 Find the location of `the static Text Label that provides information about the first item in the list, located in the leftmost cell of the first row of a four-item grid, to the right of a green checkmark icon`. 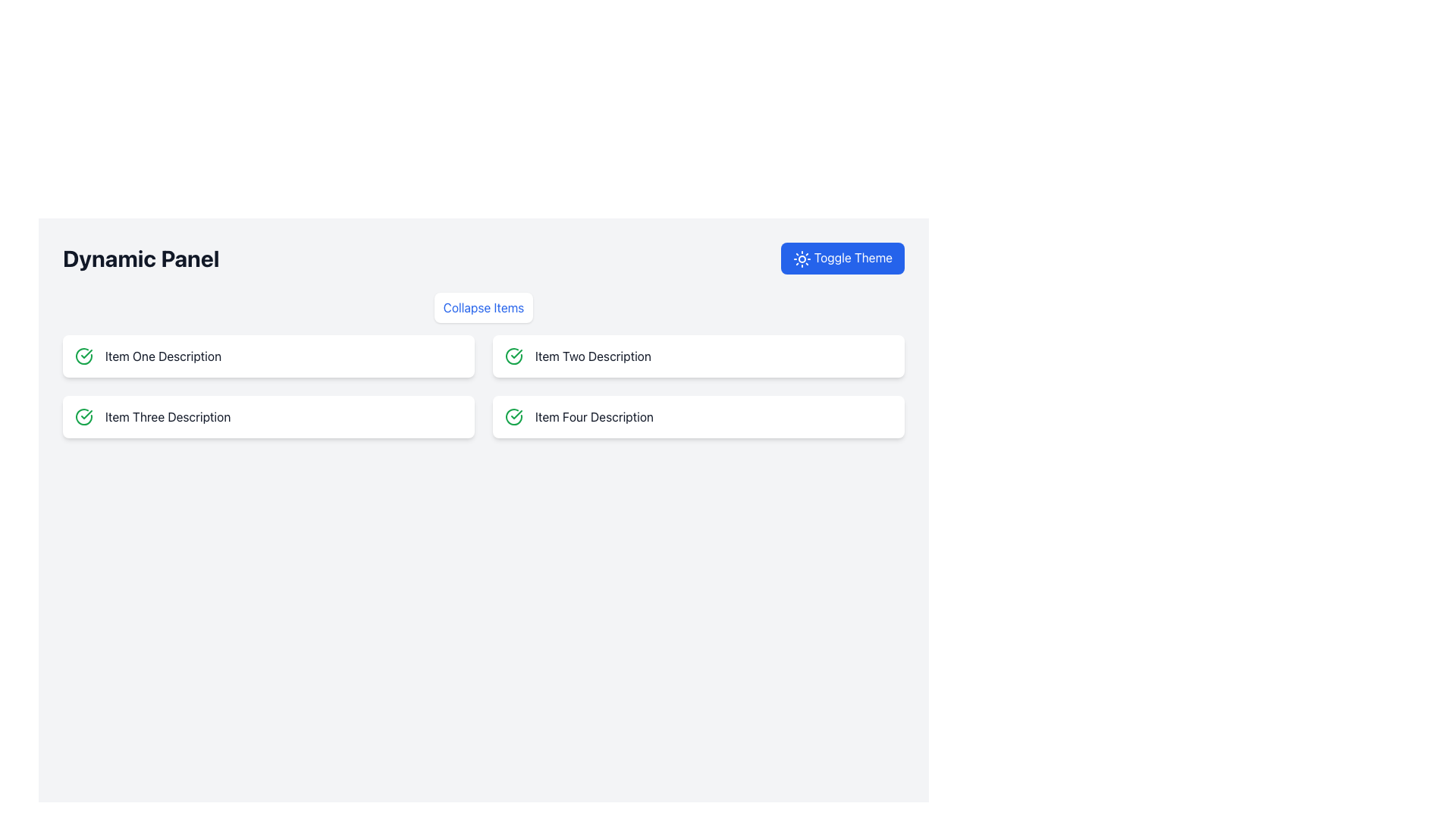

the static Text Label that provides information about the first item in the list, located in the leftmost cell of the first row of a four-item grid, to the right of a green checkmark icon is located at coordinates (163, 356).